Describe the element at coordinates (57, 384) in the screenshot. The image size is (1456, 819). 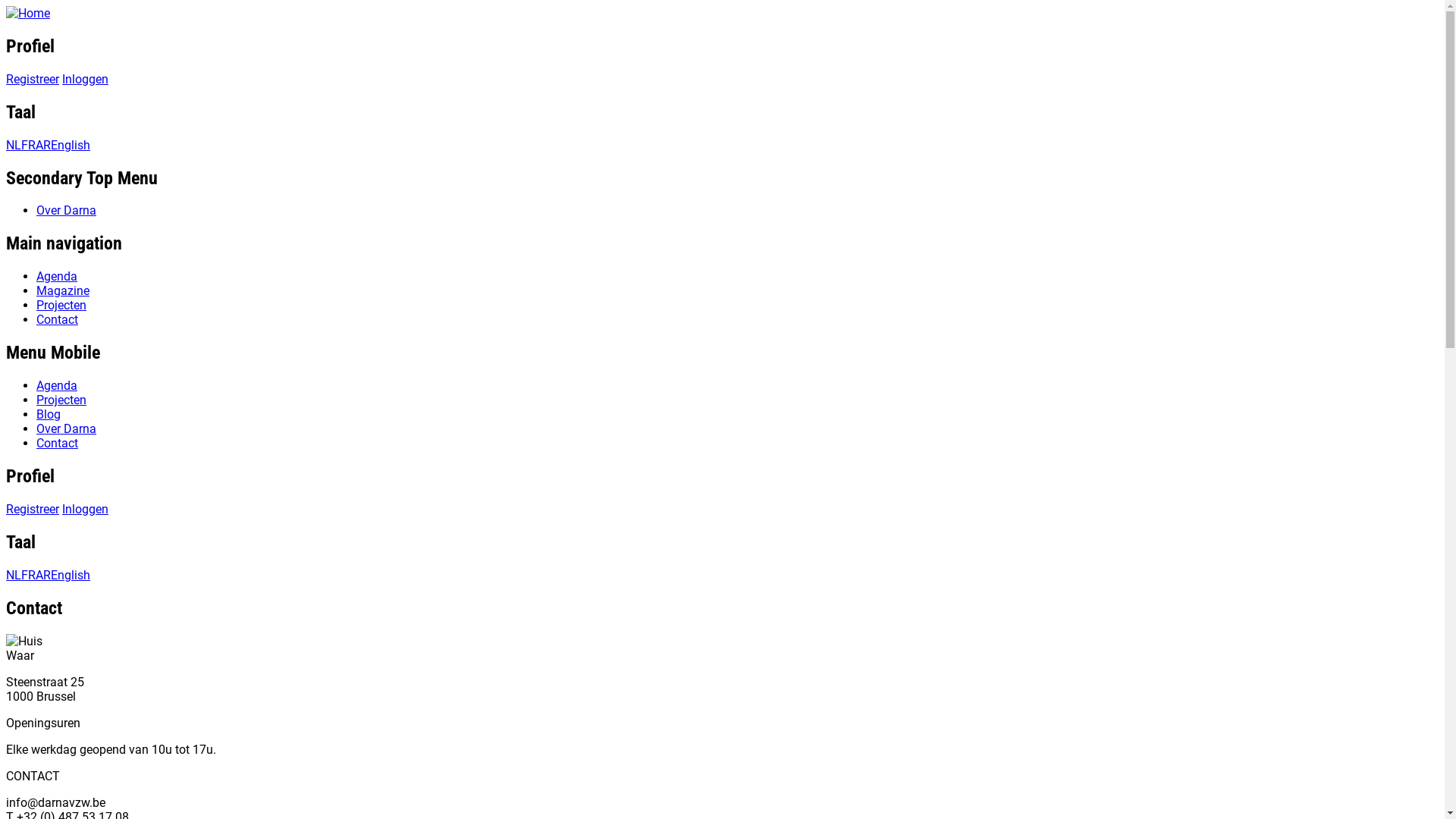
I see `'Agenda'` at that location.